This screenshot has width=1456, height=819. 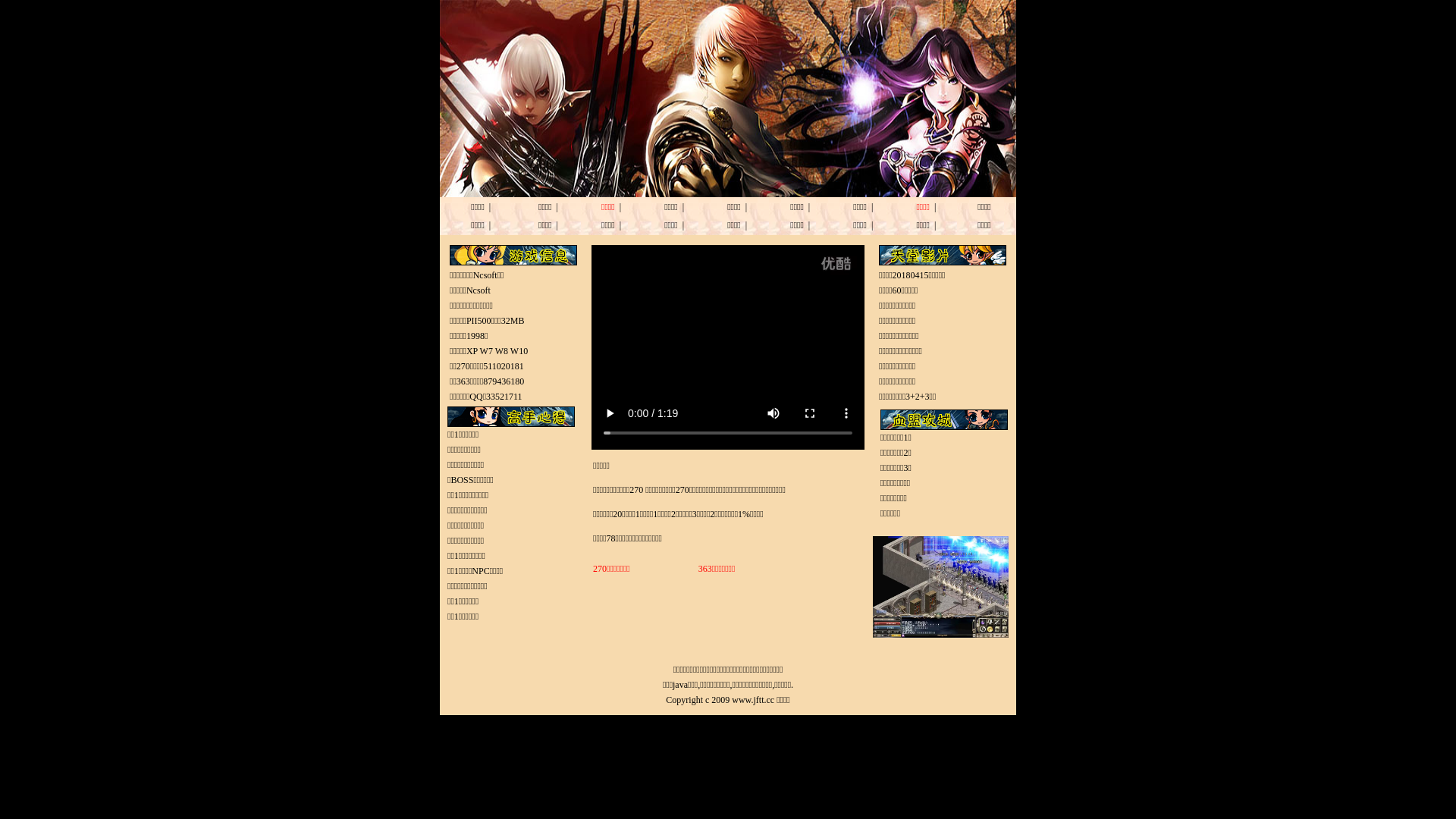 I want to click on '33521711', so click(x=504, y=396).